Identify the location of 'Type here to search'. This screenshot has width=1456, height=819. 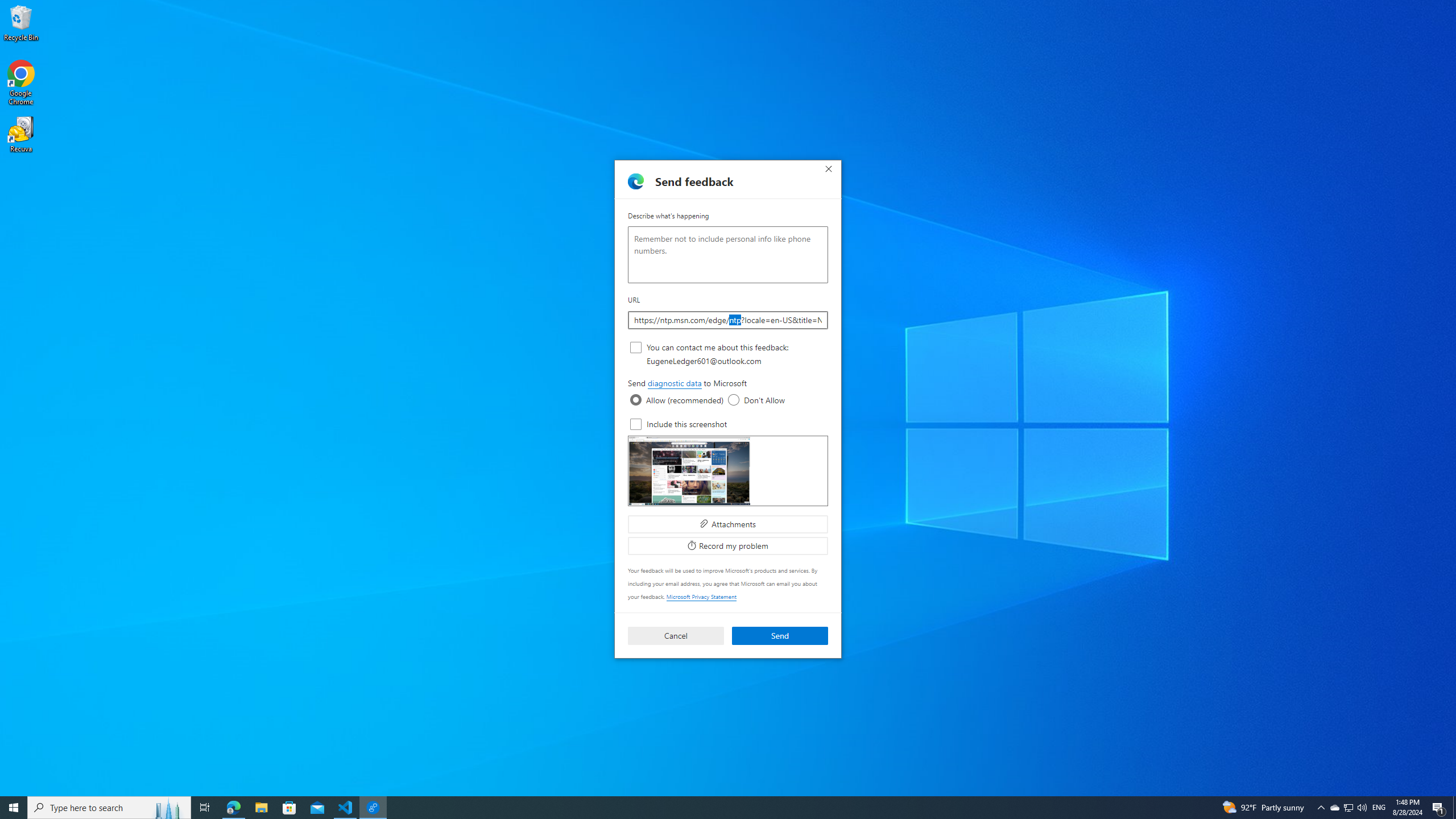
(109, 806).